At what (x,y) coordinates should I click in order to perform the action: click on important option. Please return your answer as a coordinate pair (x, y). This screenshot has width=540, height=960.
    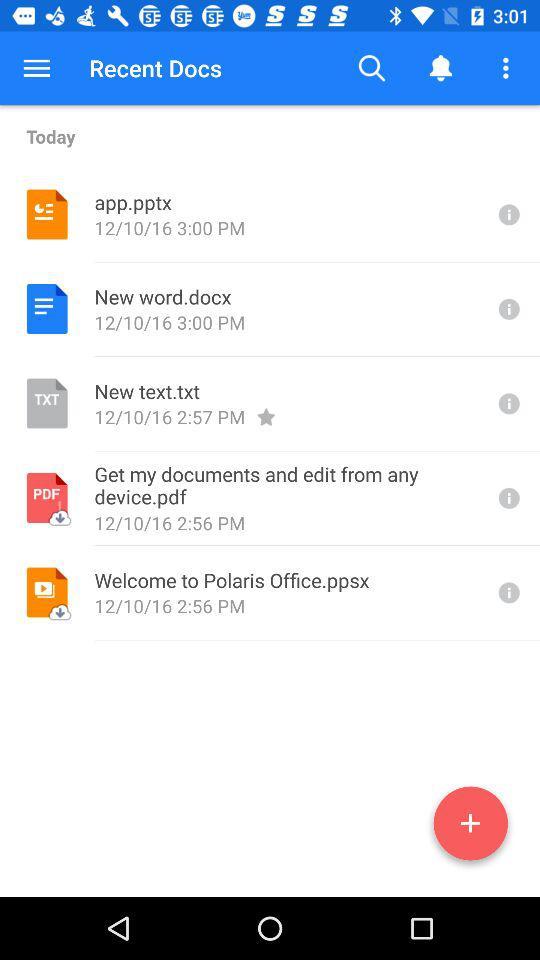
    Looking at the image, I should click on (507, 497).